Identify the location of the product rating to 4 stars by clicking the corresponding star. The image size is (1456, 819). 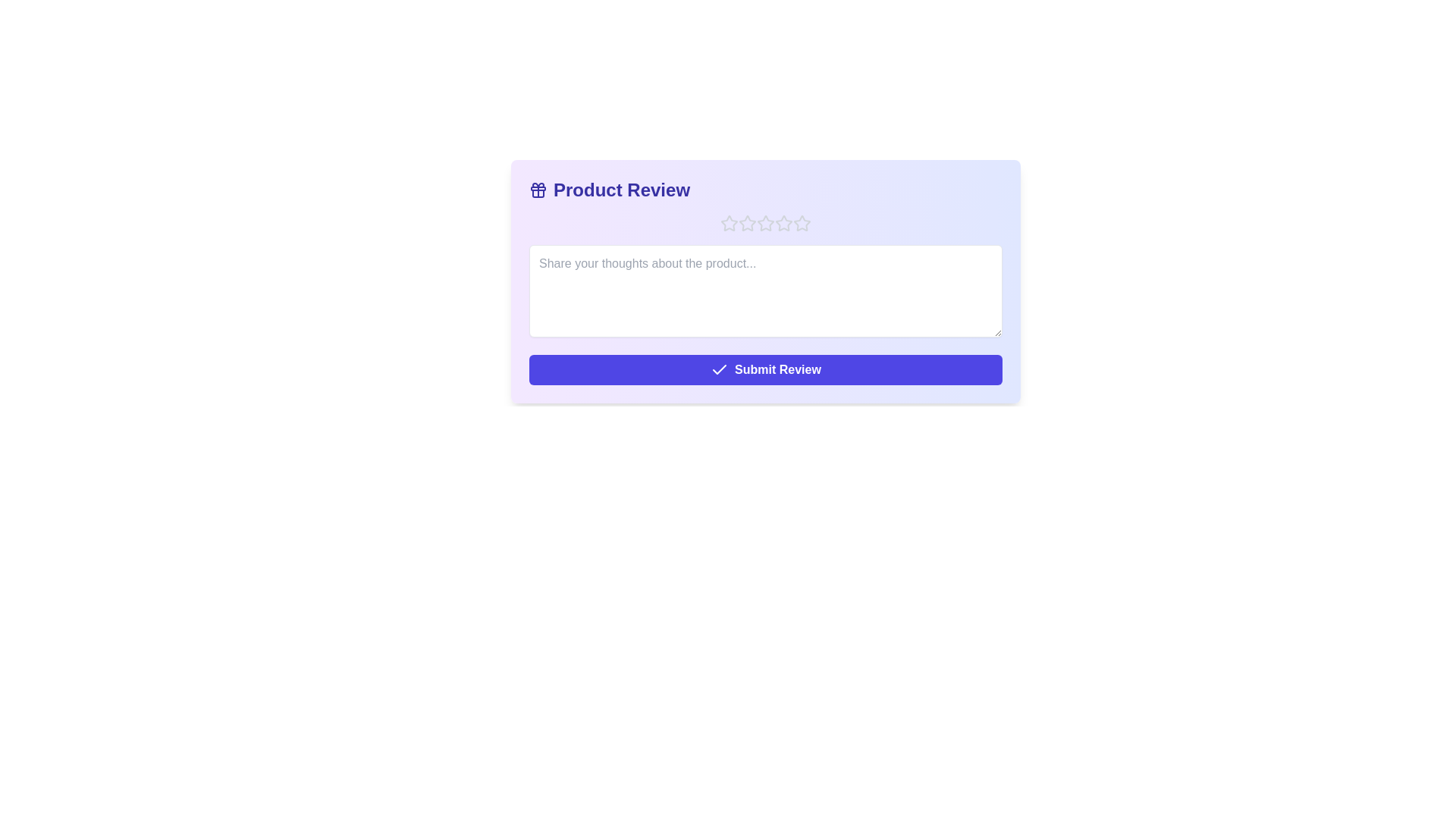
(783, 223).